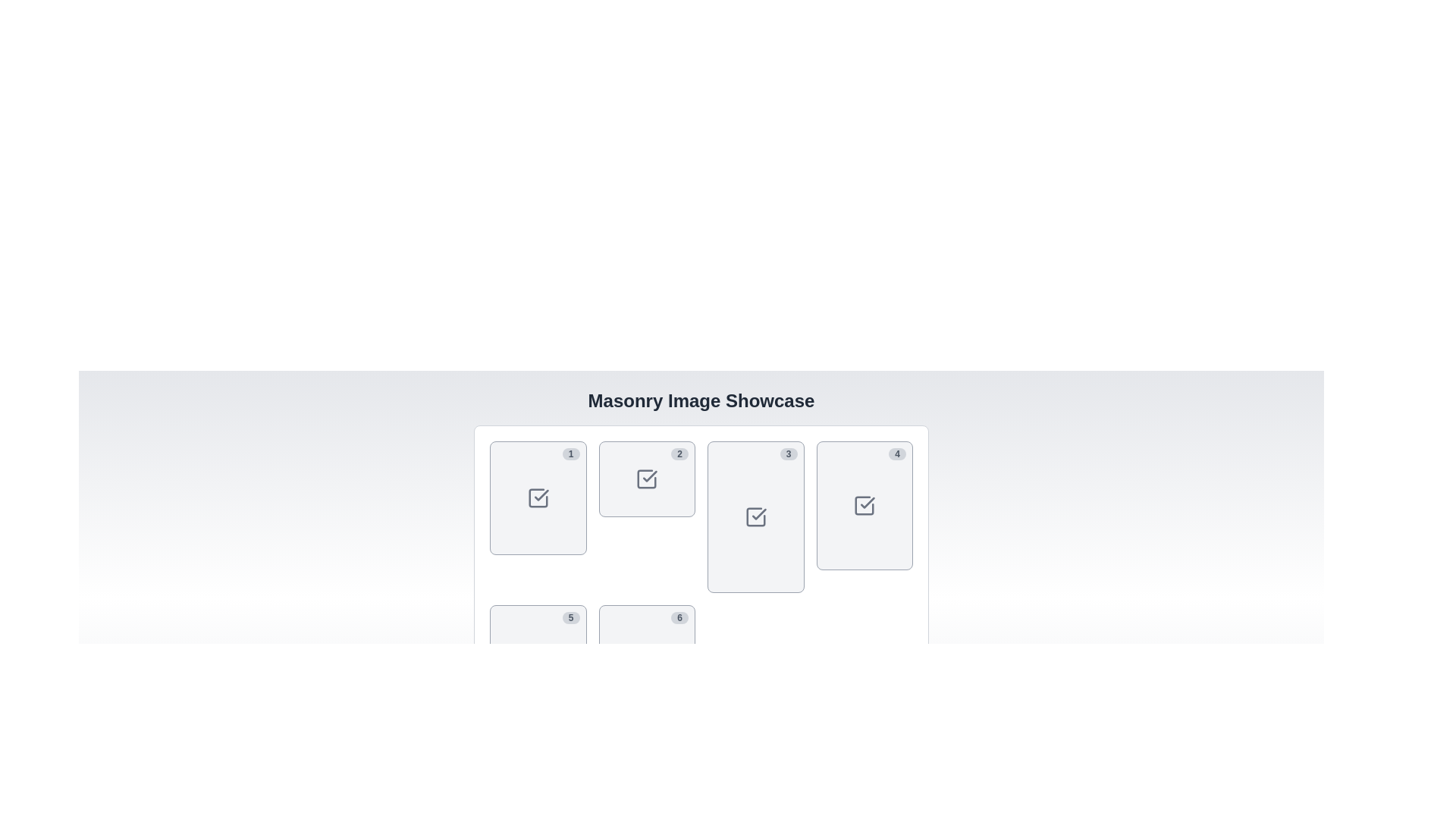 Image resolution: width=1456 pixels, height=819 pixels. I want to click on the call-to-action overlay in the fourth card of the 'Masonry Image Showcase', so click(864, 506).